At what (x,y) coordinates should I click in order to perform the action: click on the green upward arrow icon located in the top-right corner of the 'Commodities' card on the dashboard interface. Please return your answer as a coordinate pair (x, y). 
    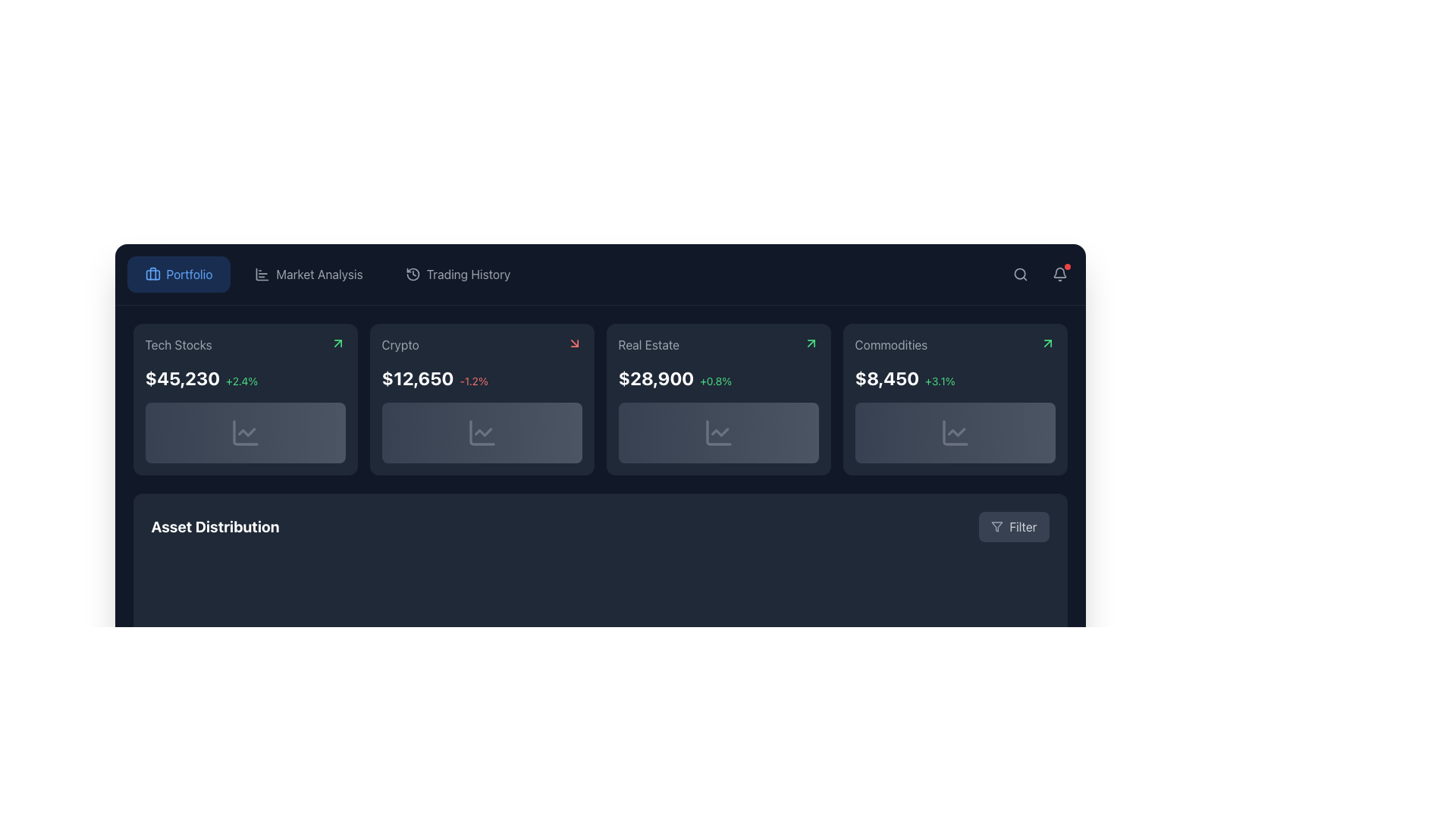
    Looking at the image, I should click on (1046, 343).